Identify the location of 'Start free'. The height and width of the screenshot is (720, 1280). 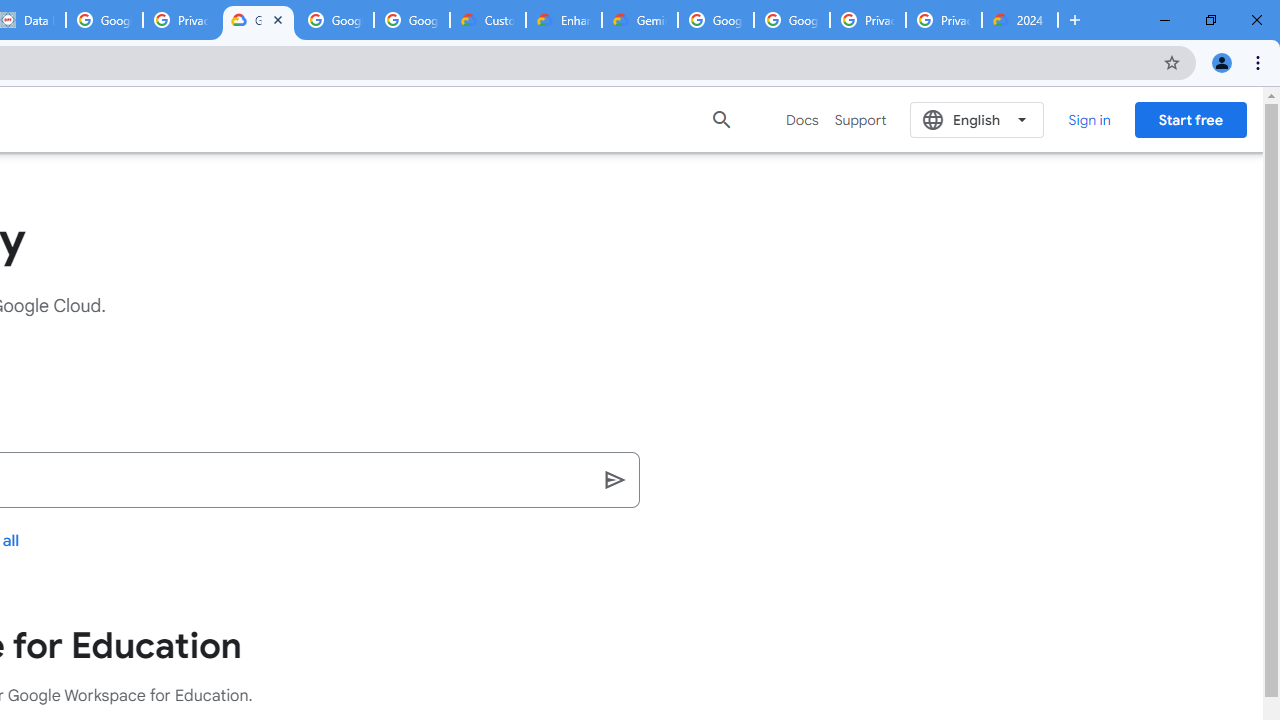
(1190, 119).